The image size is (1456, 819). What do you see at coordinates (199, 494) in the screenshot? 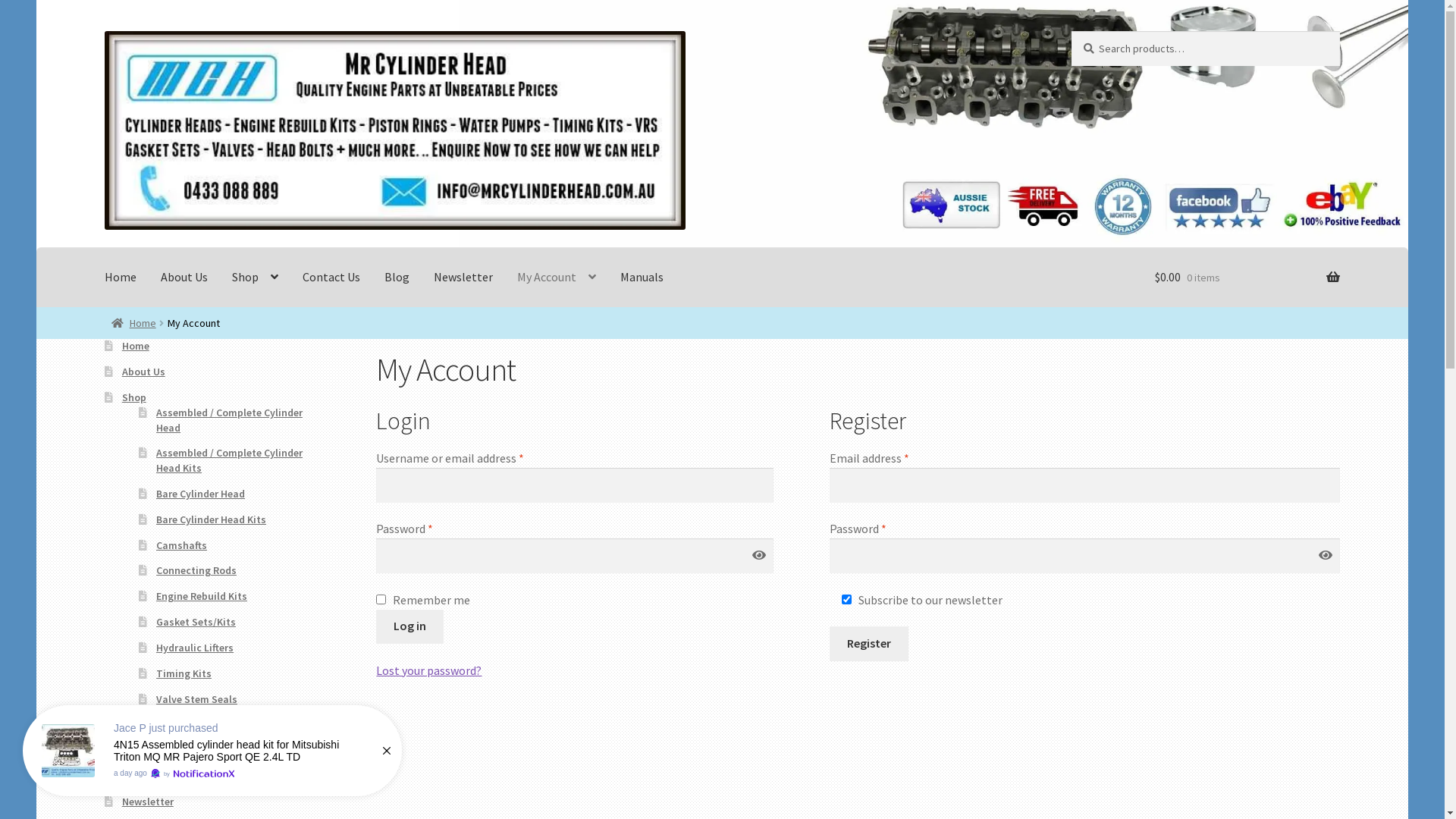
I see `'Bare Cylinder Head'` at bounding box center [199, 494].